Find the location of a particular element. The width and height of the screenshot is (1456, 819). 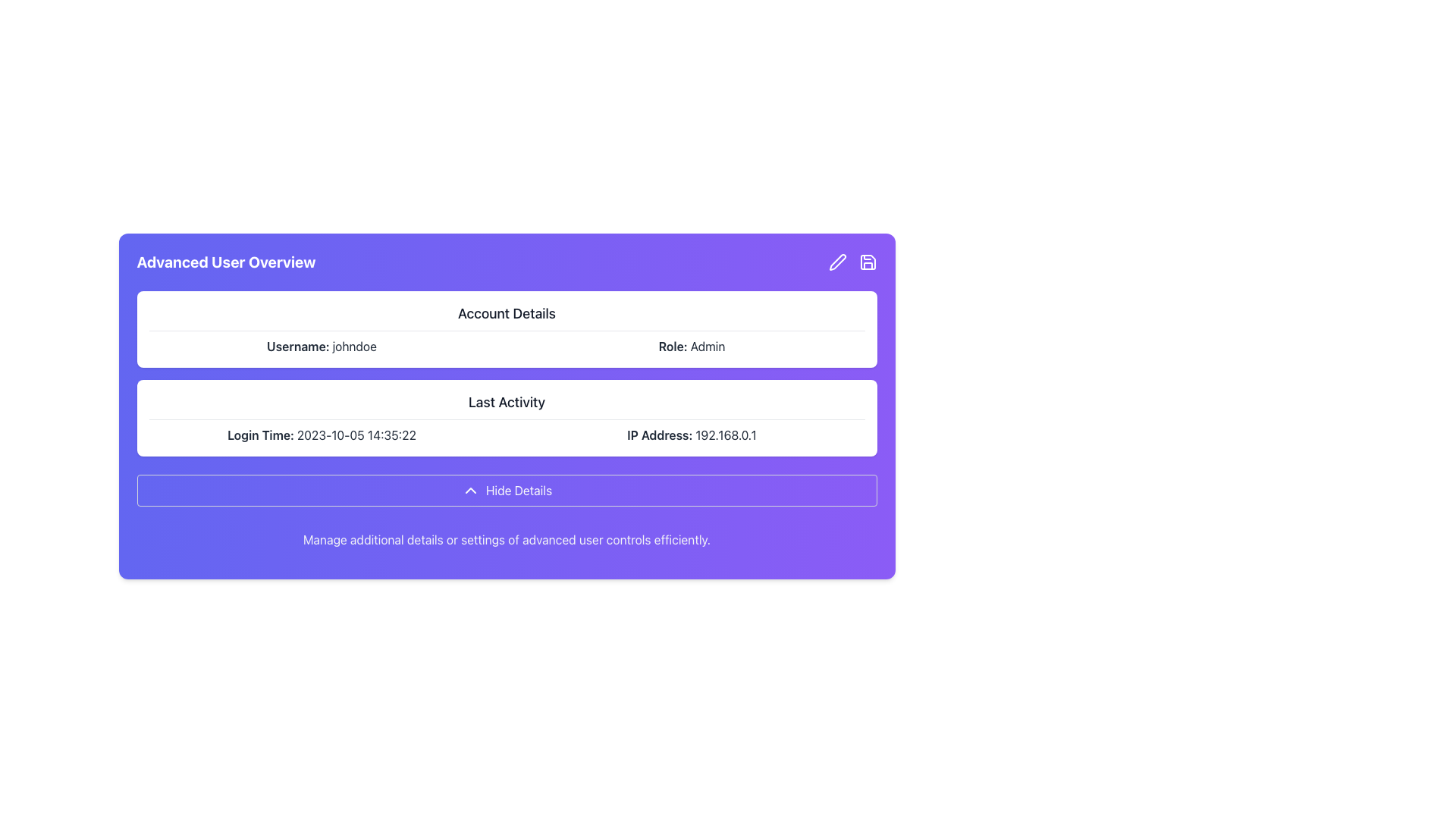

the text label element displaying the last login time, which is located next to the 'Login Time:' label in the 'Last Activity' section is located at coordinates (356, 435).